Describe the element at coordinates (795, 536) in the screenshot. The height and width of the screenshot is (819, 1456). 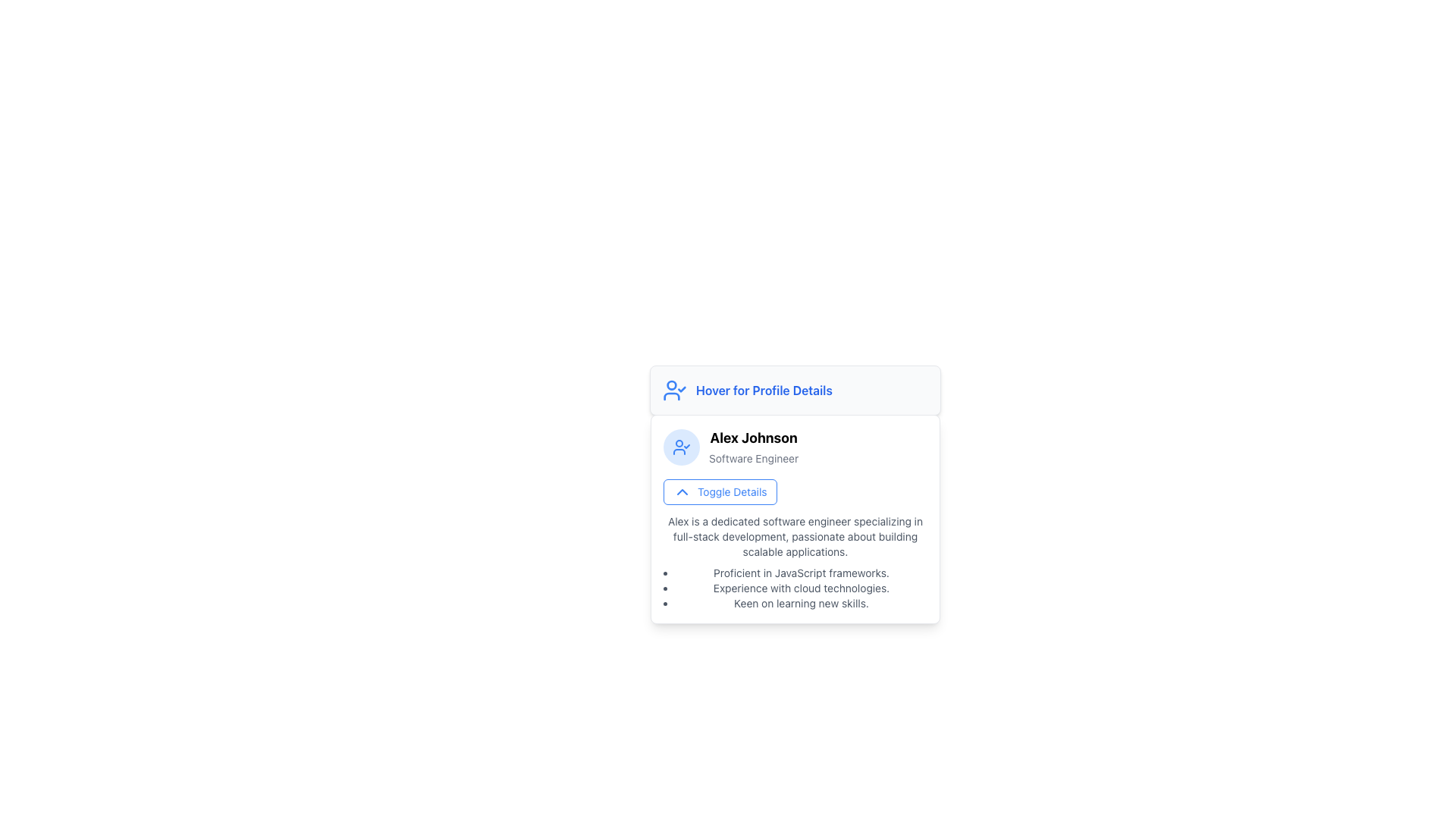
I see `the text content displaying the introduction or overview about an individual's professional capabilities and interests, located at the top region of the profile details card` at that location.